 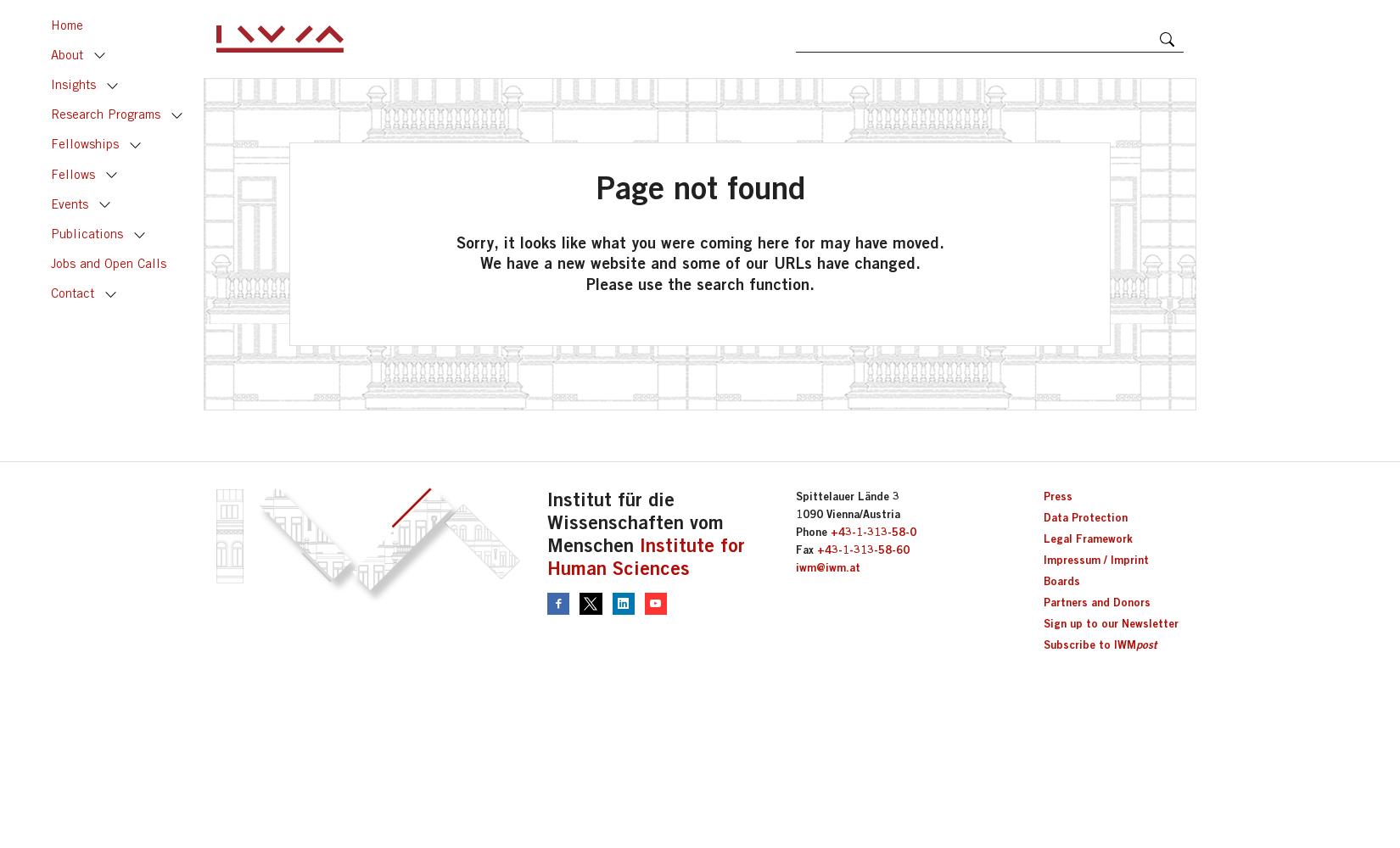 I want to click on 'Fellows', so click(x=72, y=172).